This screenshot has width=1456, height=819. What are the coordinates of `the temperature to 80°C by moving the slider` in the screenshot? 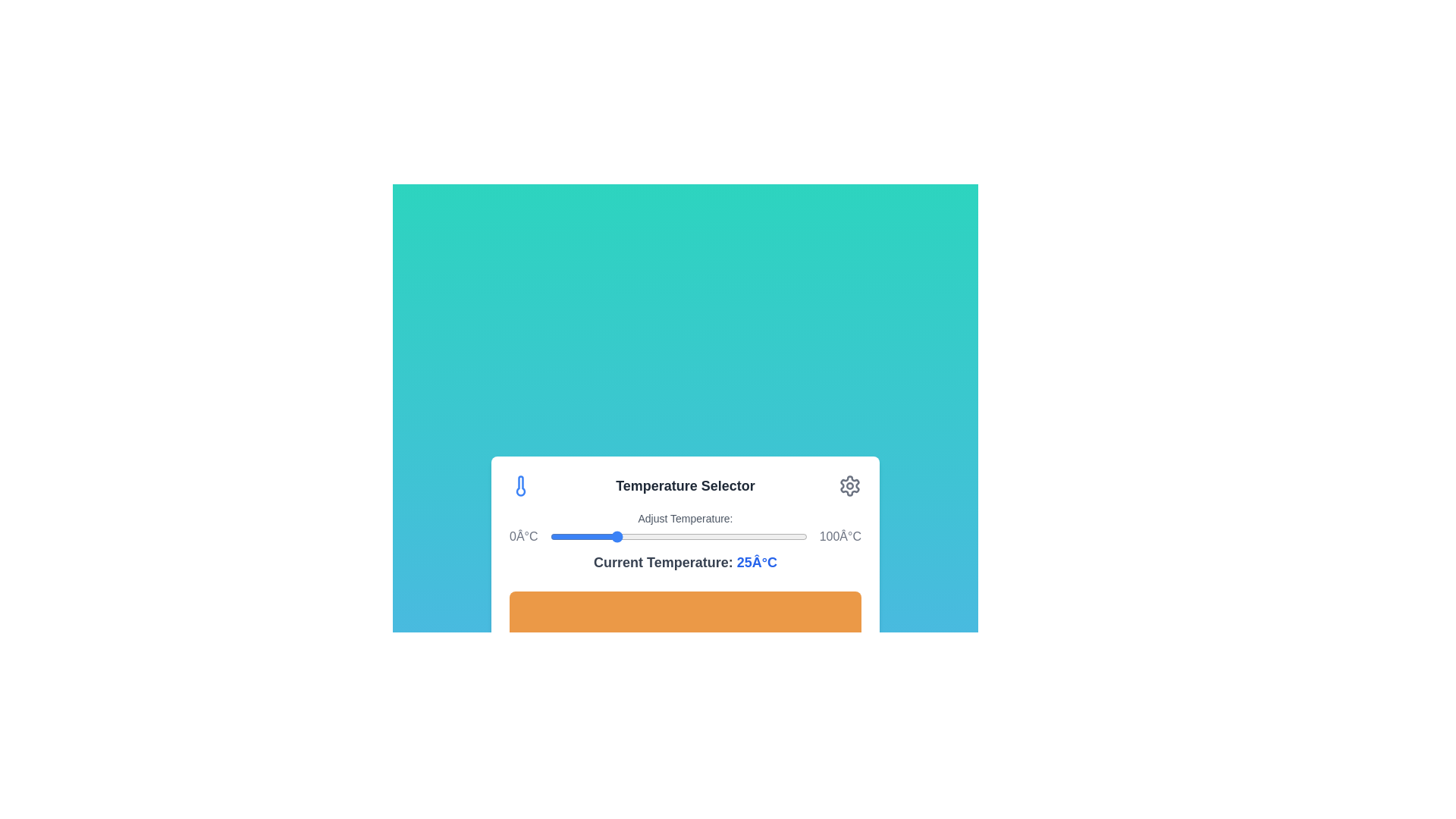 It's located at (755, 536).